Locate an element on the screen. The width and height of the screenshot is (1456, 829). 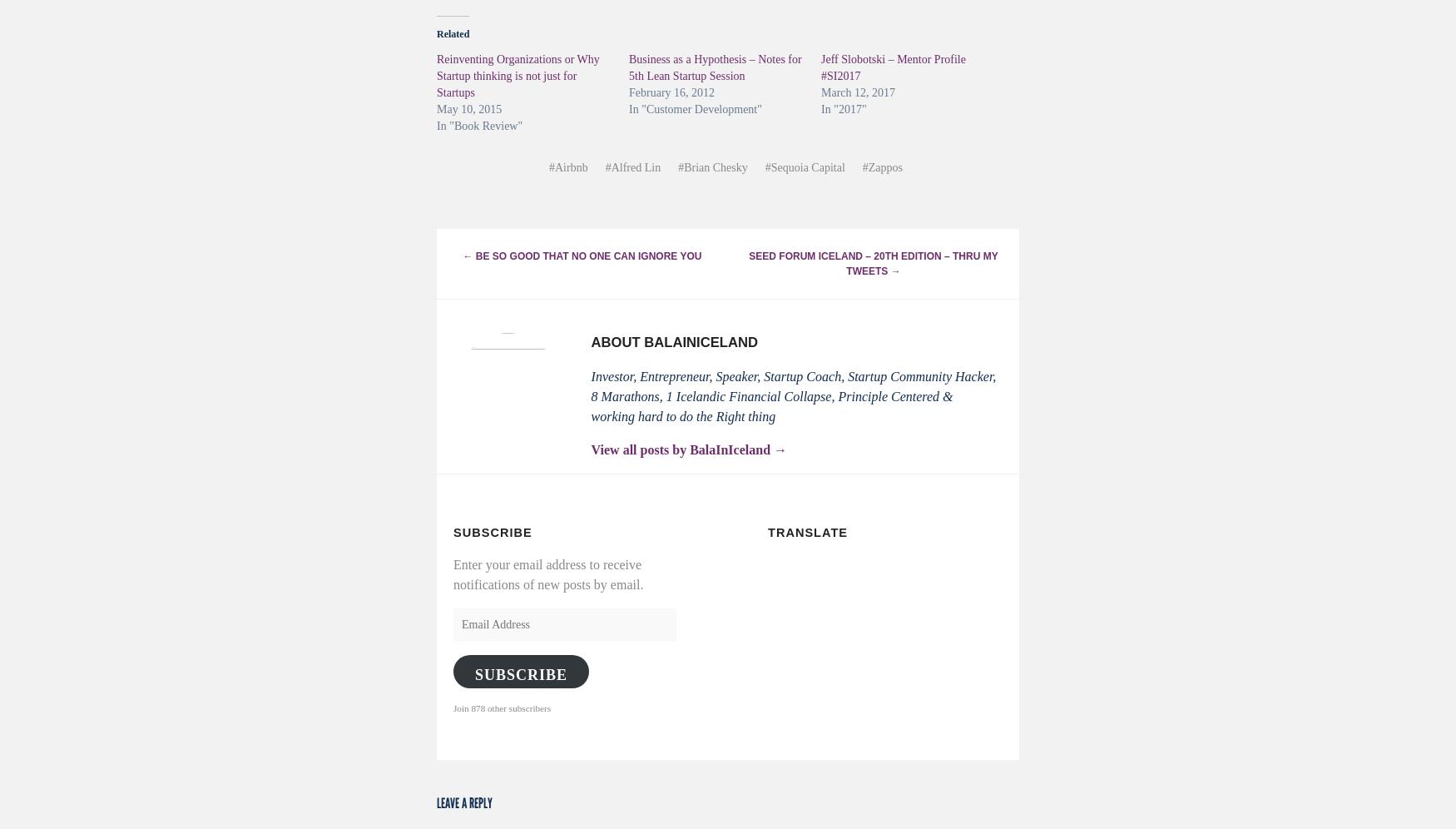
'Sequoia Capital' is located at coordinates (807, 166).